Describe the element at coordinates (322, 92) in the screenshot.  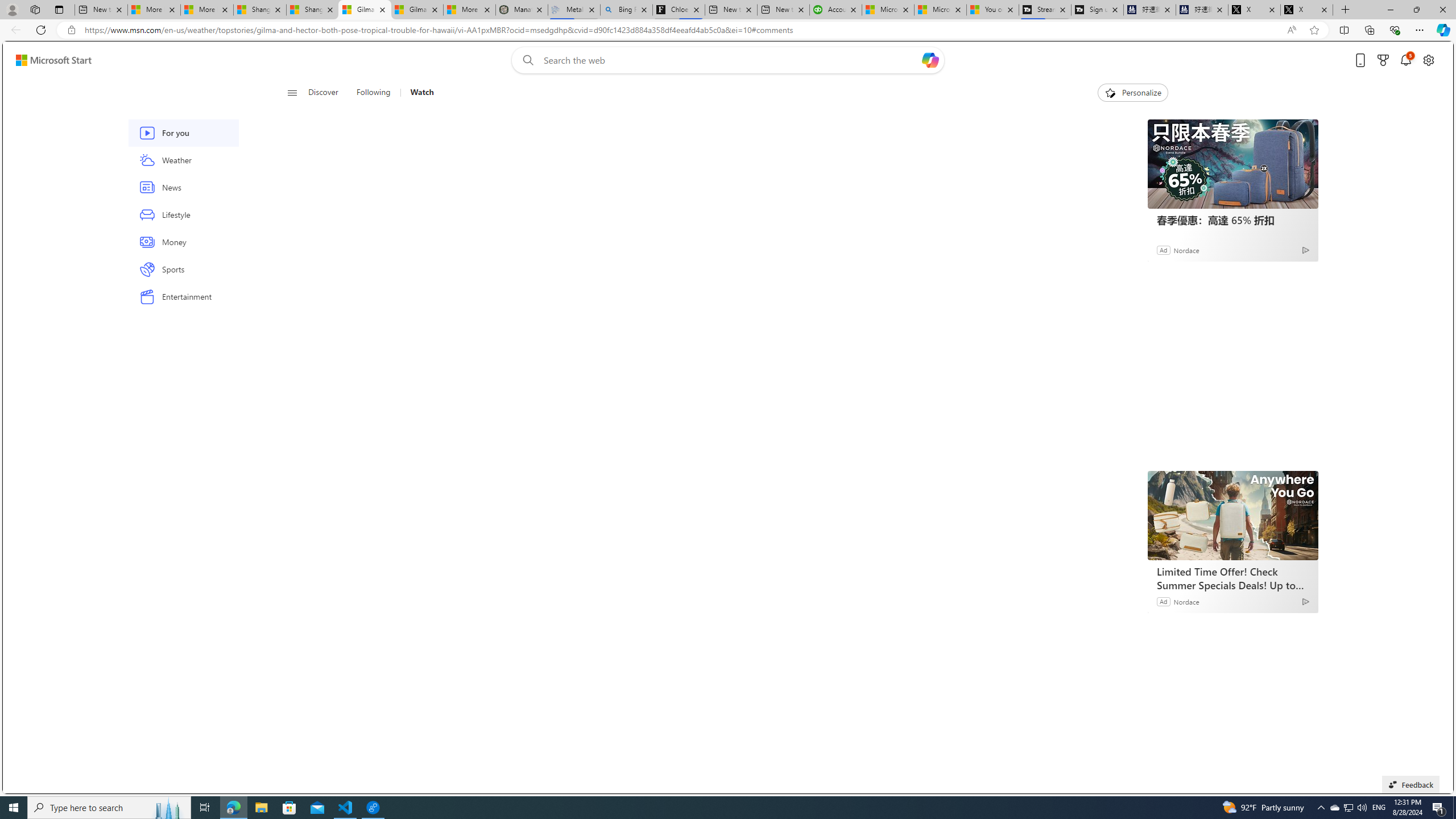
I see `'Discover'` at that location.